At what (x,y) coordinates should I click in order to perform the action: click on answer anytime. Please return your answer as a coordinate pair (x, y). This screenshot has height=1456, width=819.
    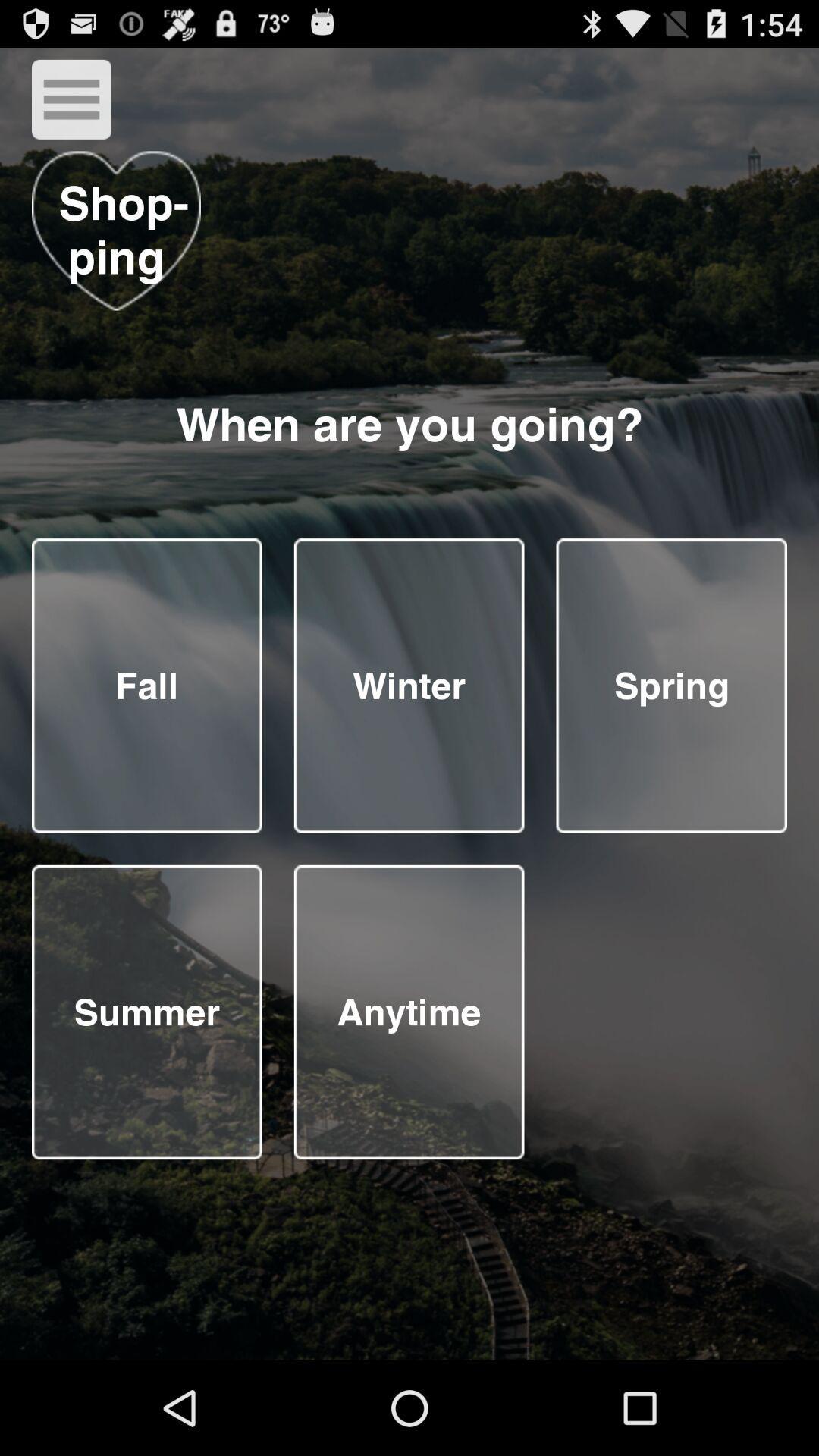
    Looking at the image, I should click on (408, 1012).